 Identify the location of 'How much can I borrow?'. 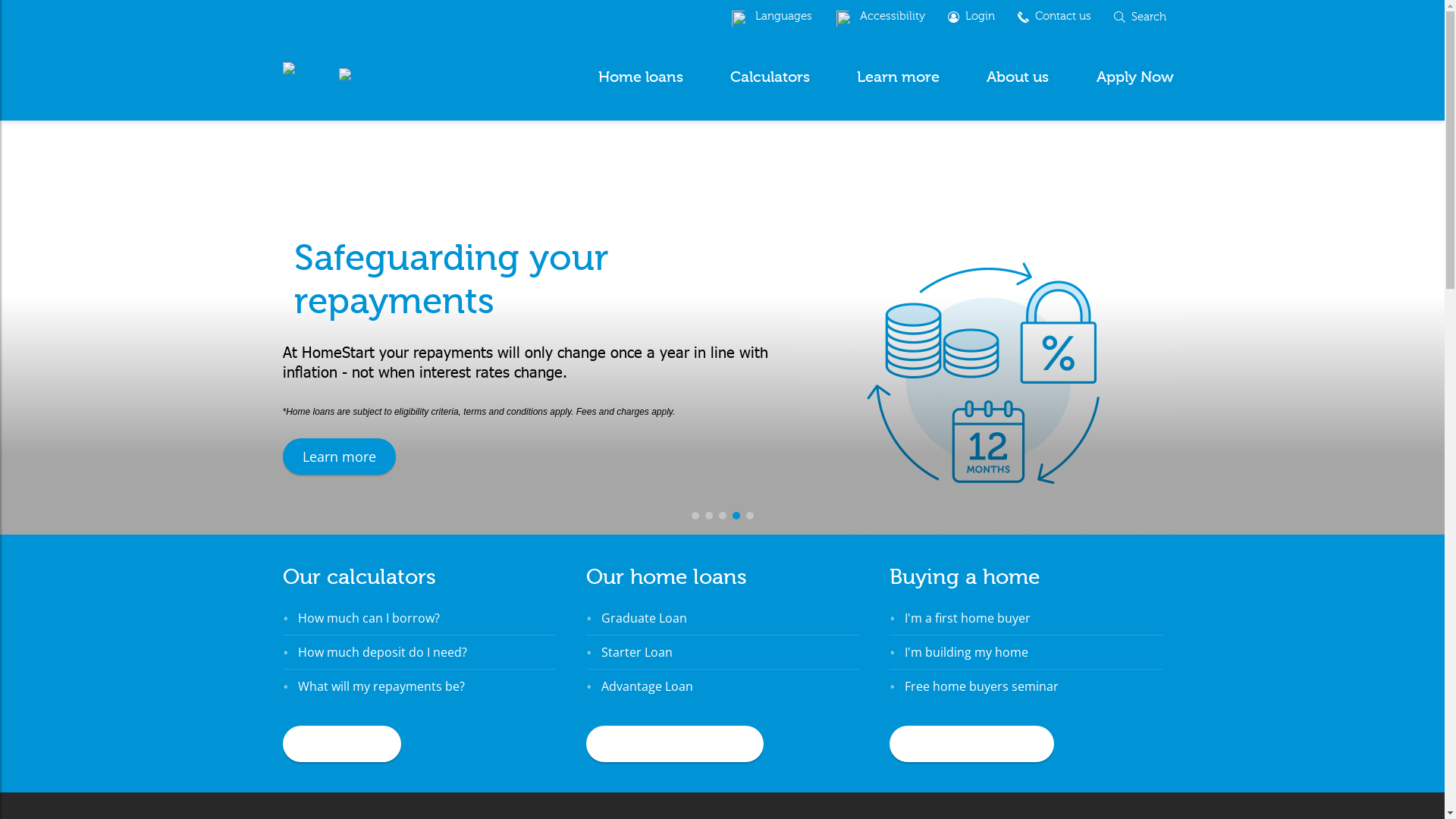
(297, 617).